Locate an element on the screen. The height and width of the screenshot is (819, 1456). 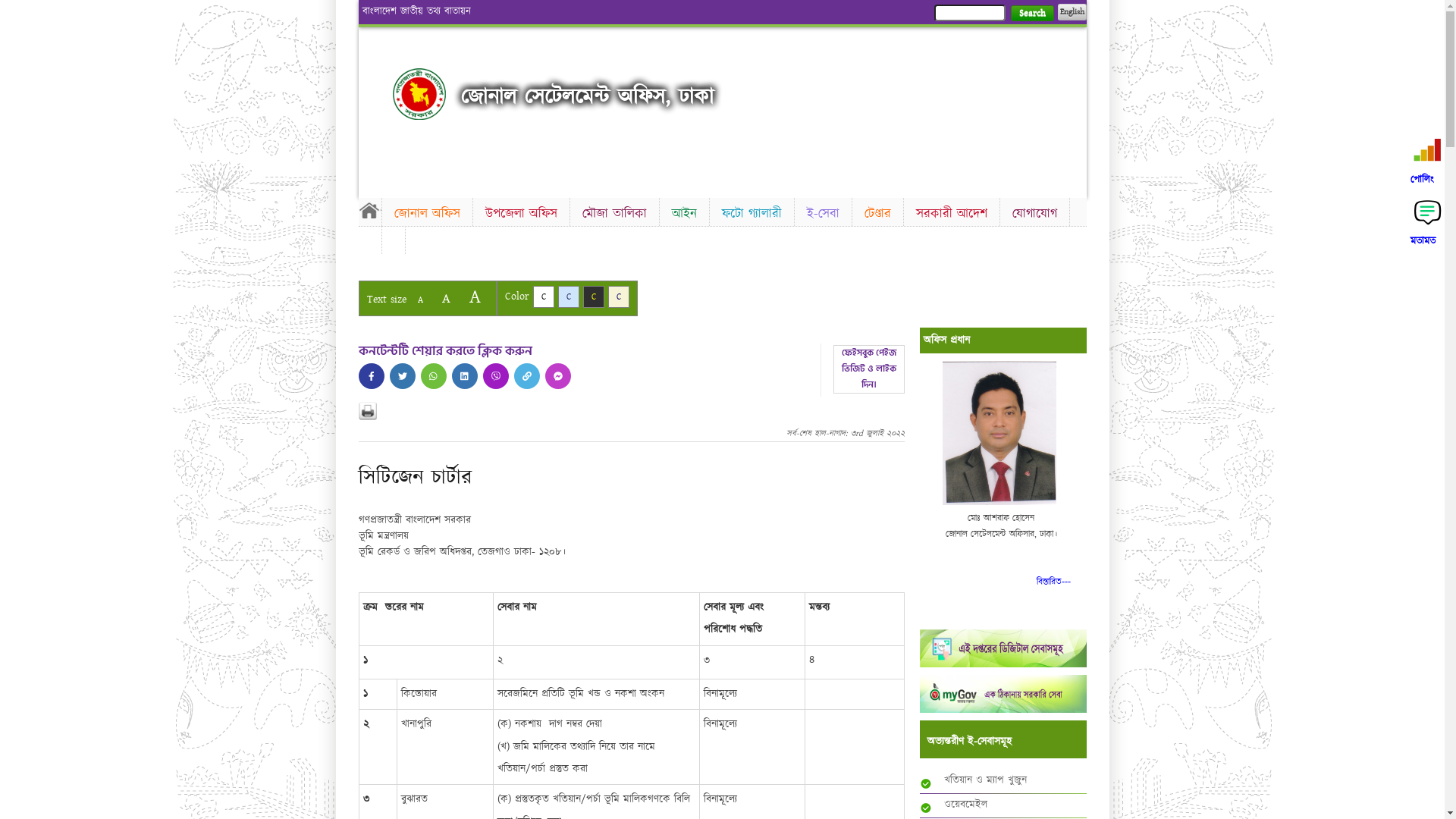
'Home' is located at coordinates (356, 210).